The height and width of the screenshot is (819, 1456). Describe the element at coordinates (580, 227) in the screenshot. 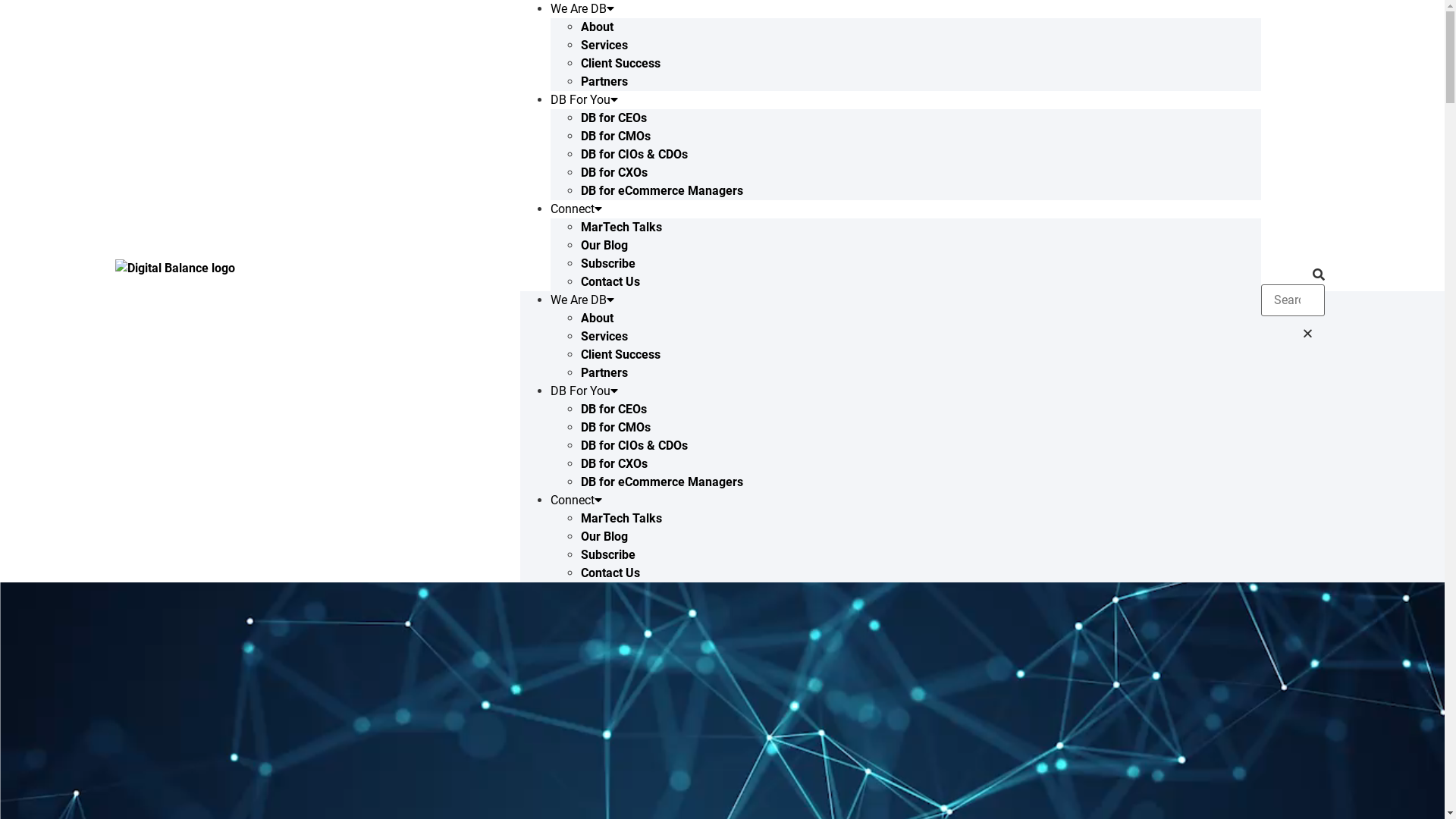

I see `'MarTech Talks'` at that location.